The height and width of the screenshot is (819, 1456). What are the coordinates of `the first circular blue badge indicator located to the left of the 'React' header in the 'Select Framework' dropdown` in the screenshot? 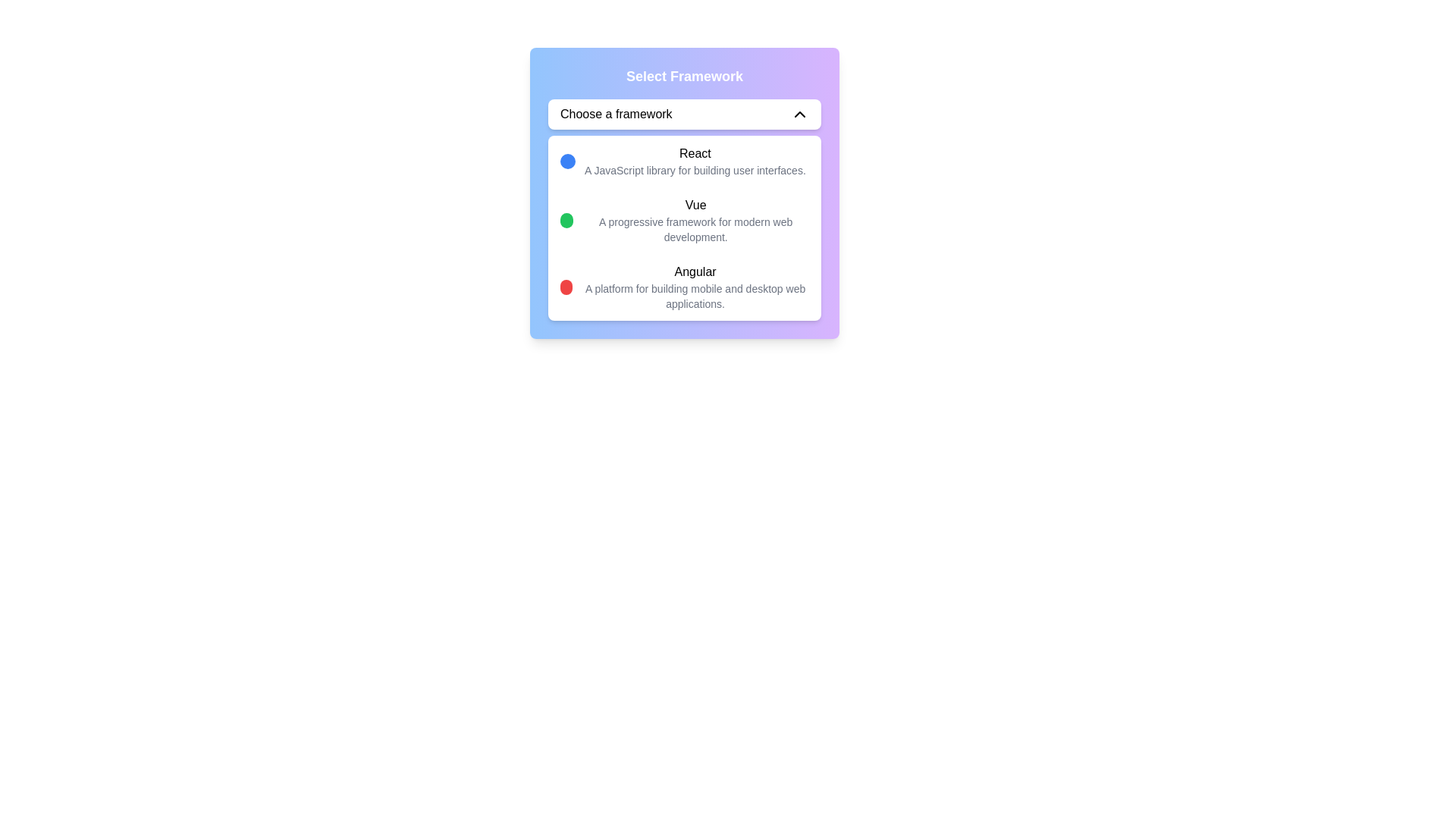 It's located at (566, 161).